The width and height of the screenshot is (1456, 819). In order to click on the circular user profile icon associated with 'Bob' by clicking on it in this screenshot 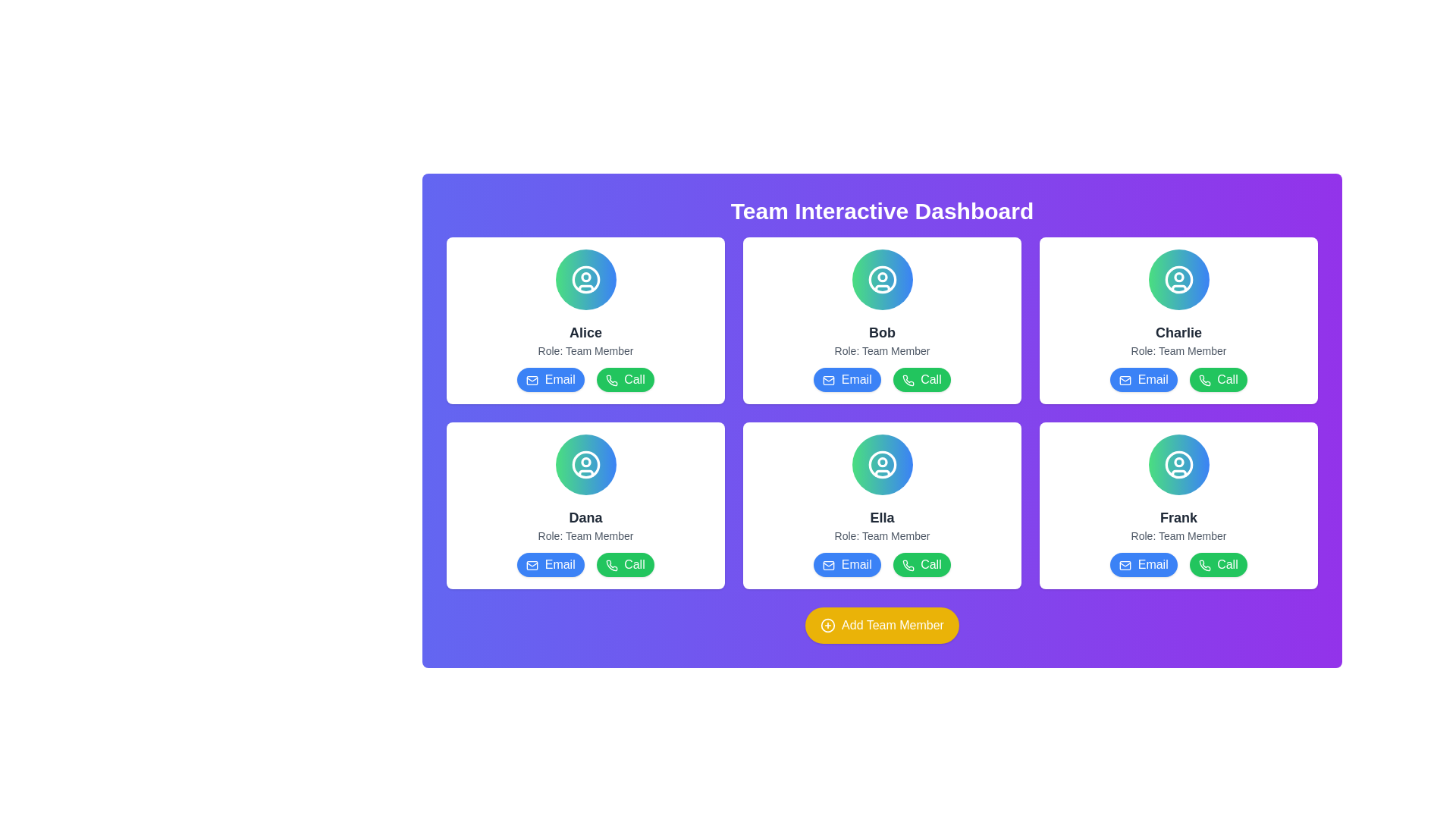, I will do `click(882, 277)`.